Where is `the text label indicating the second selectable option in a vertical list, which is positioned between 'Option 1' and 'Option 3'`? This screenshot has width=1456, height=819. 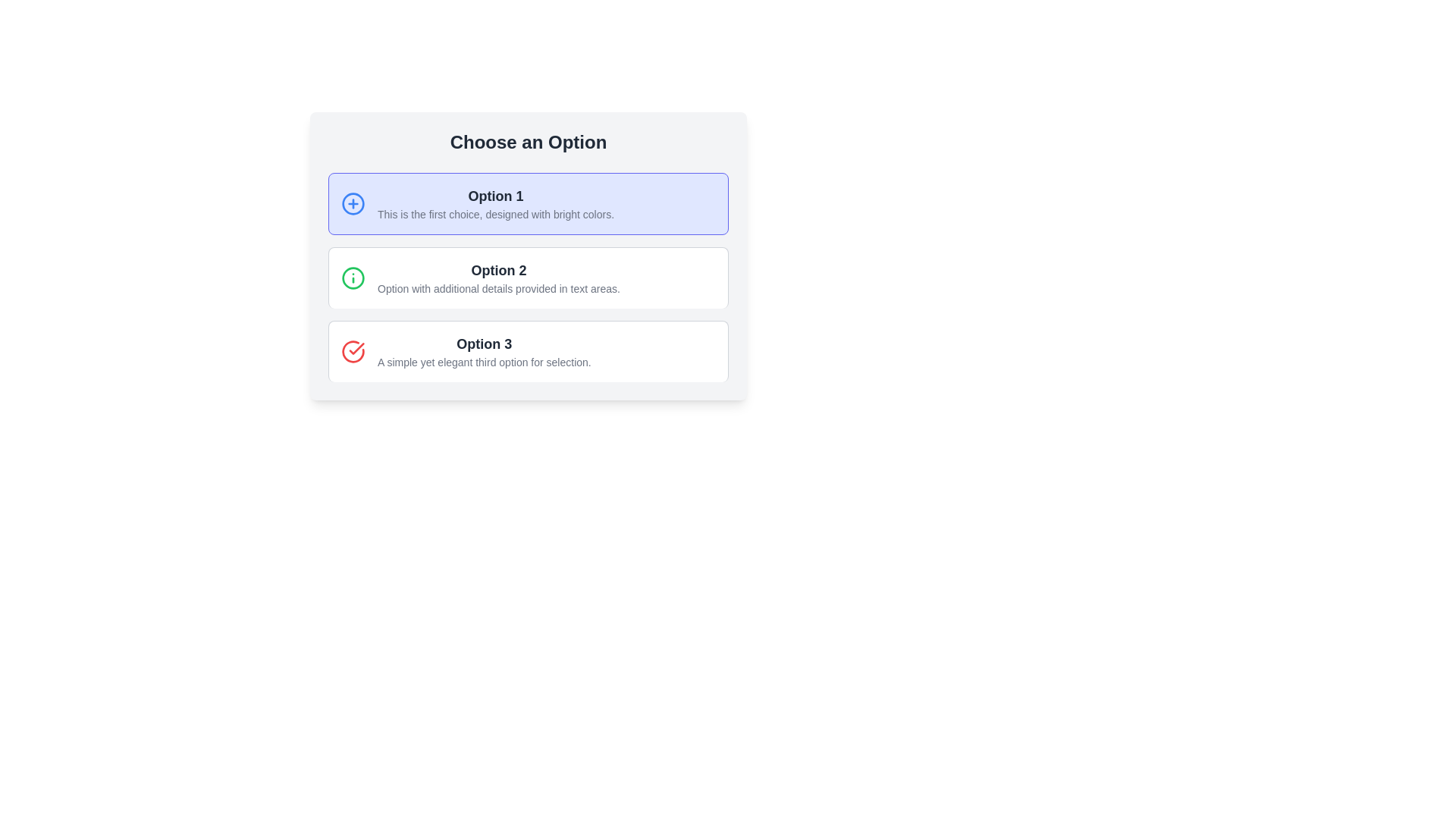 the text label indicating the second selectable option in a vertical list, which is positioned between 'Option 1' and 'Option 3' is located at coordinates (498, 278).